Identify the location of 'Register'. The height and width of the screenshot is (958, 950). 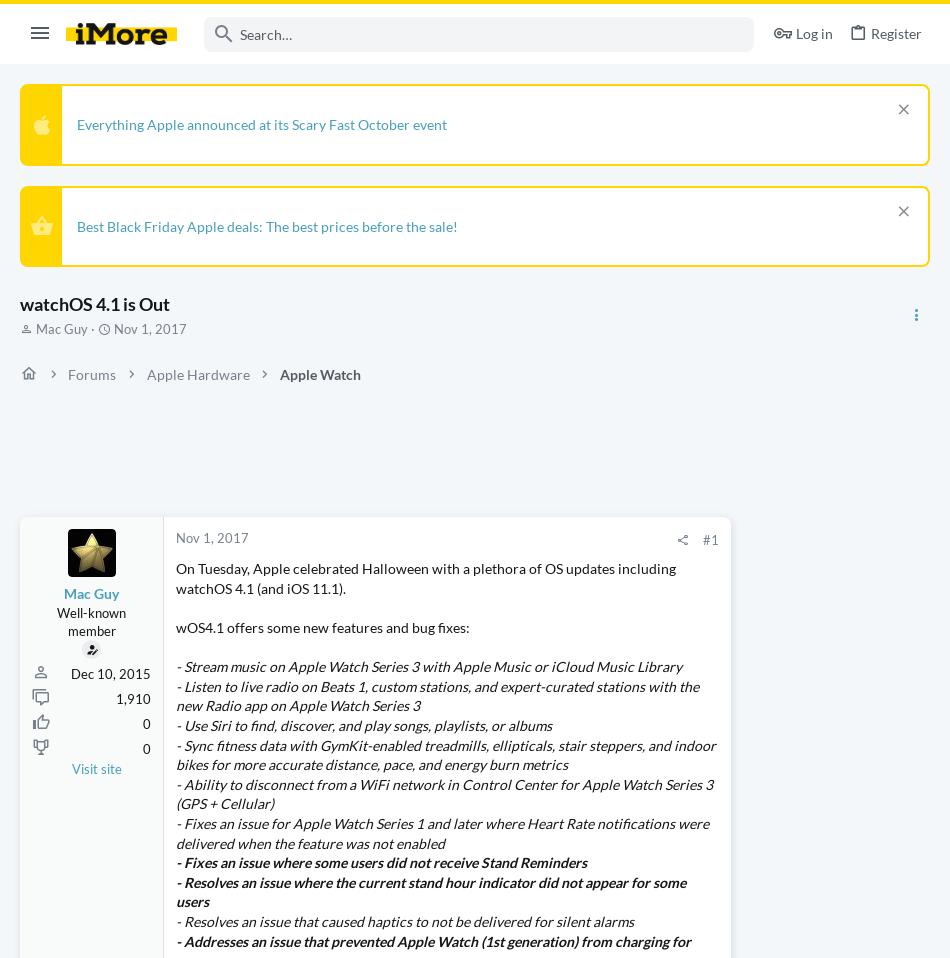
(895, 32).